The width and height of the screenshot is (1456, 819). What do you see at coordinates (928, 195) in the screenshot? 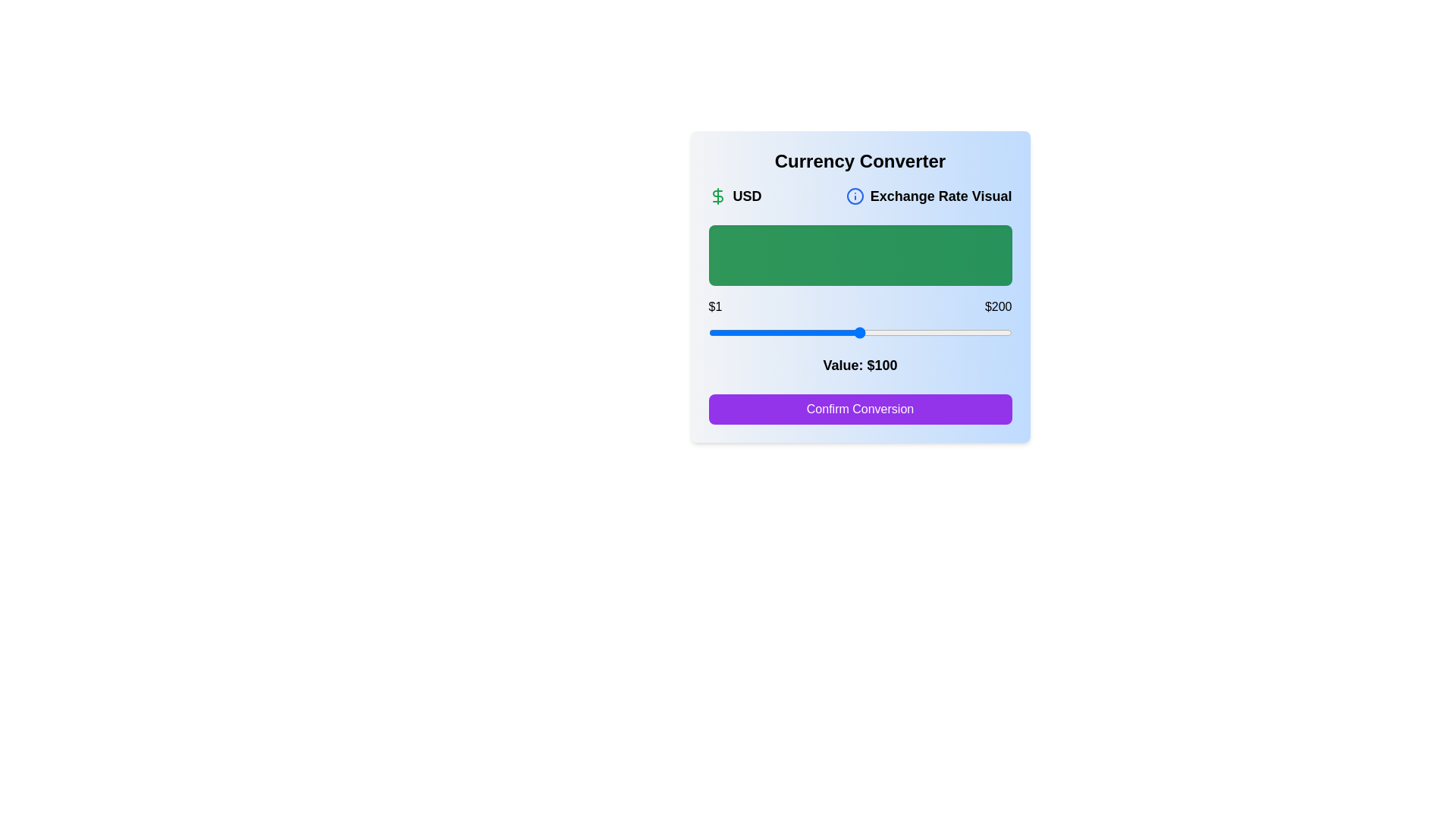
I see `the text element Exchange Rate Visual within the component` at bounding box center [928, 195].